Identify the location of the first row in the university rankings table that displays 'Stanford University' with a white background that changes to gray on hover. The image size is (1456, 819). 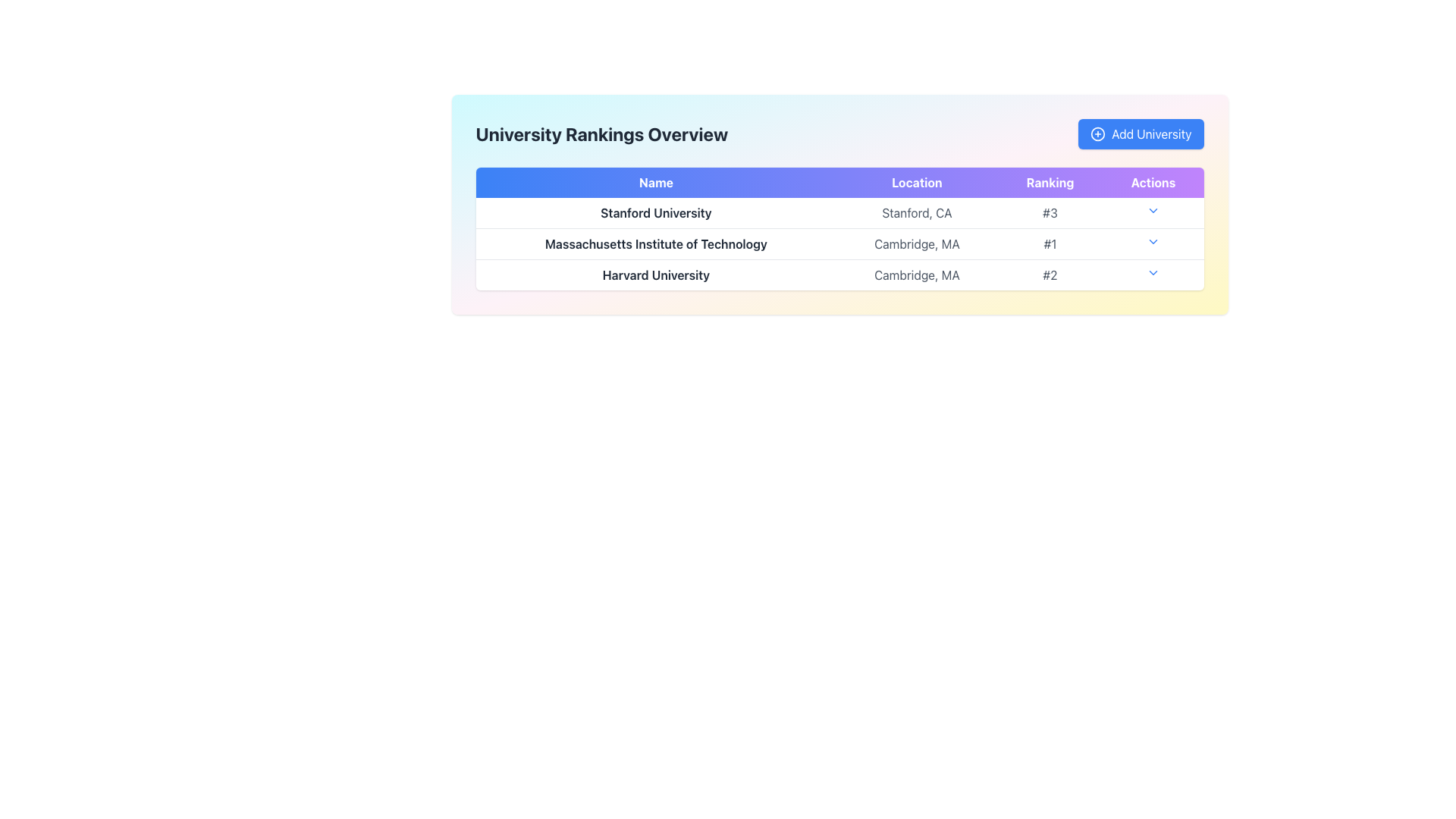
(839, 213).